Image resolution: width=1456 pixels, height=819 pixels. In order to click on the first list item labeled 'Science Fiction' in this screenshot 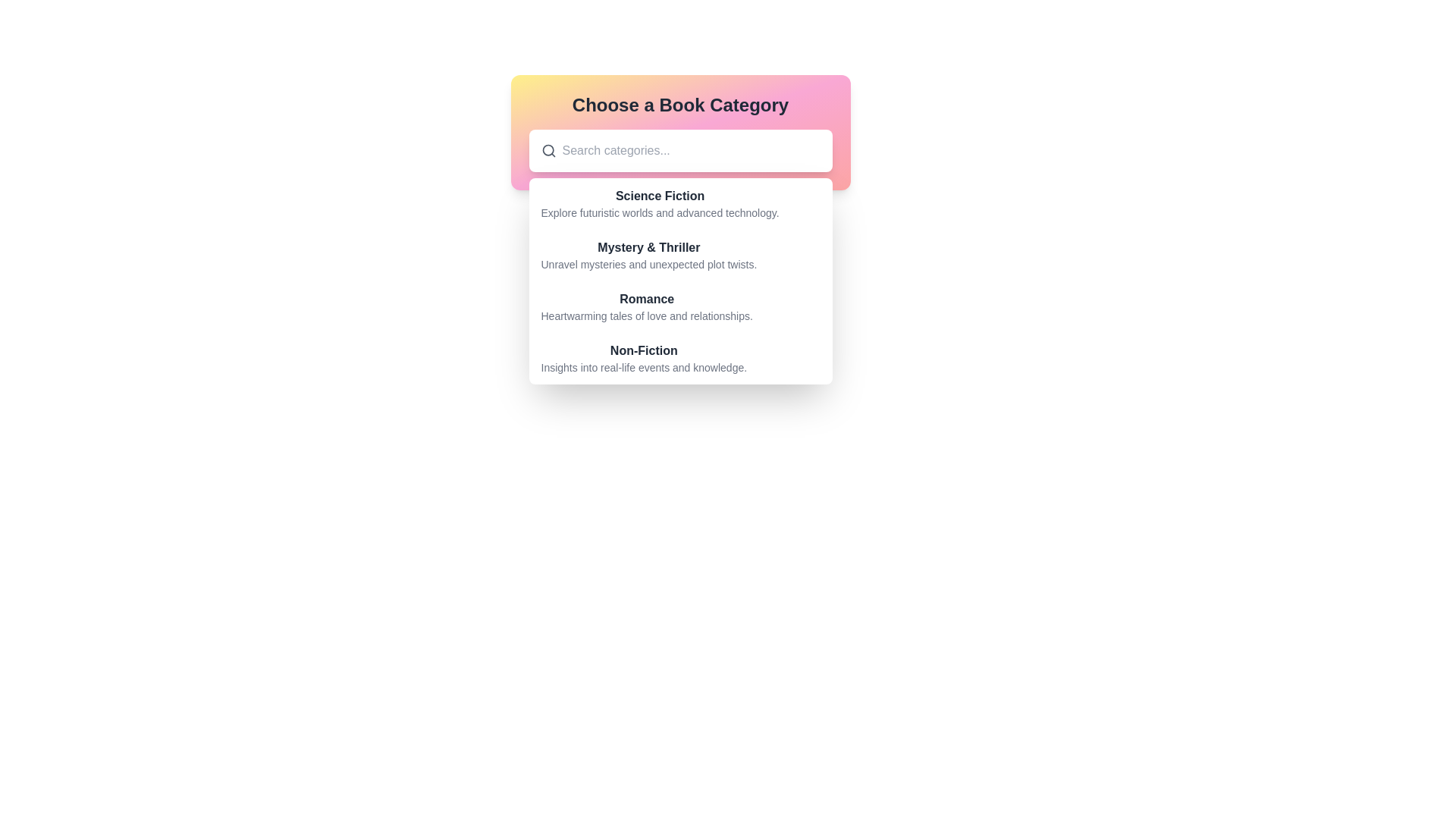, I will do `click(660, 203)`.